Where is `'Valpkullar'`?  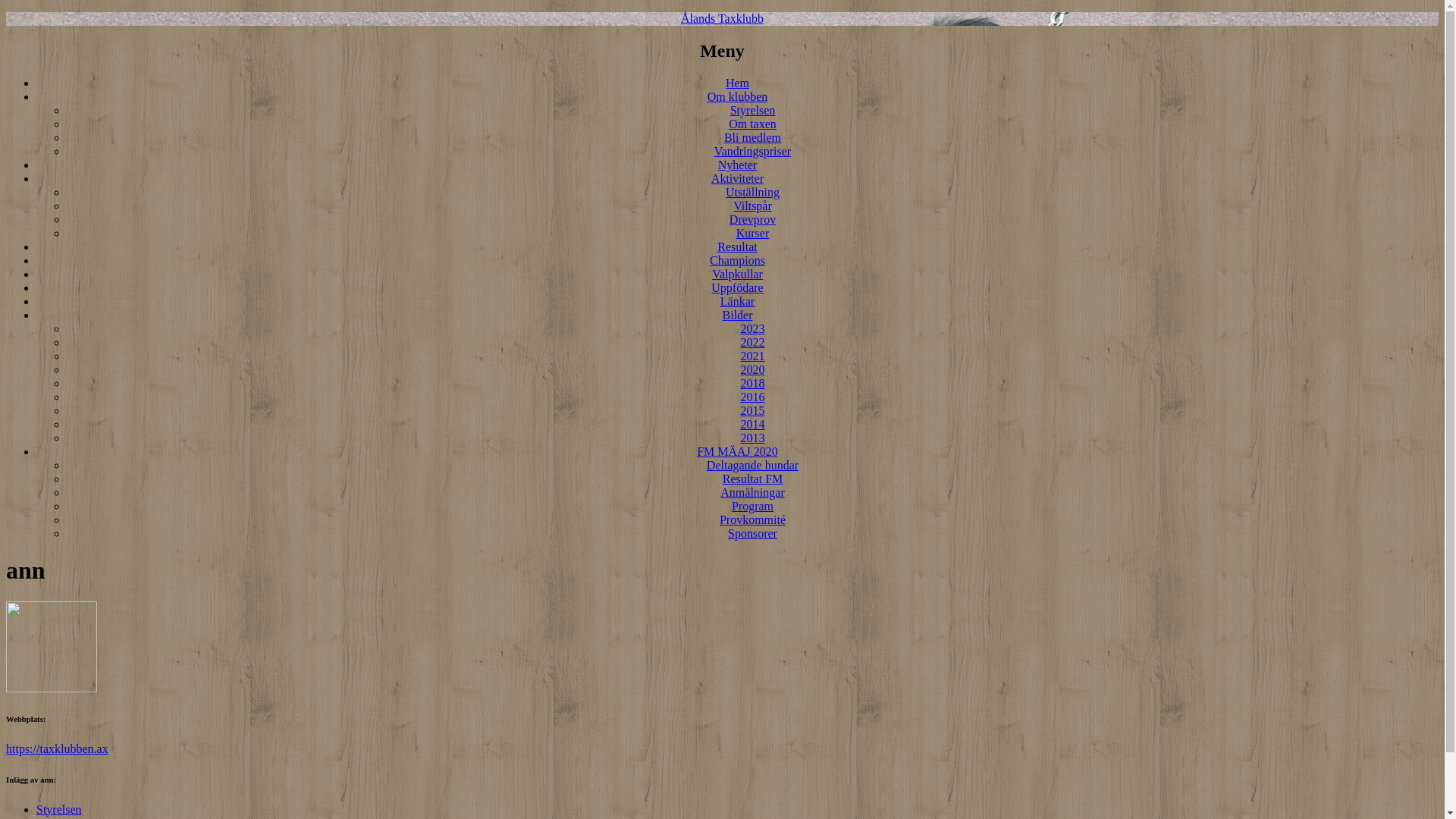 'Valpkullar' is located at coordinates (737, 274).